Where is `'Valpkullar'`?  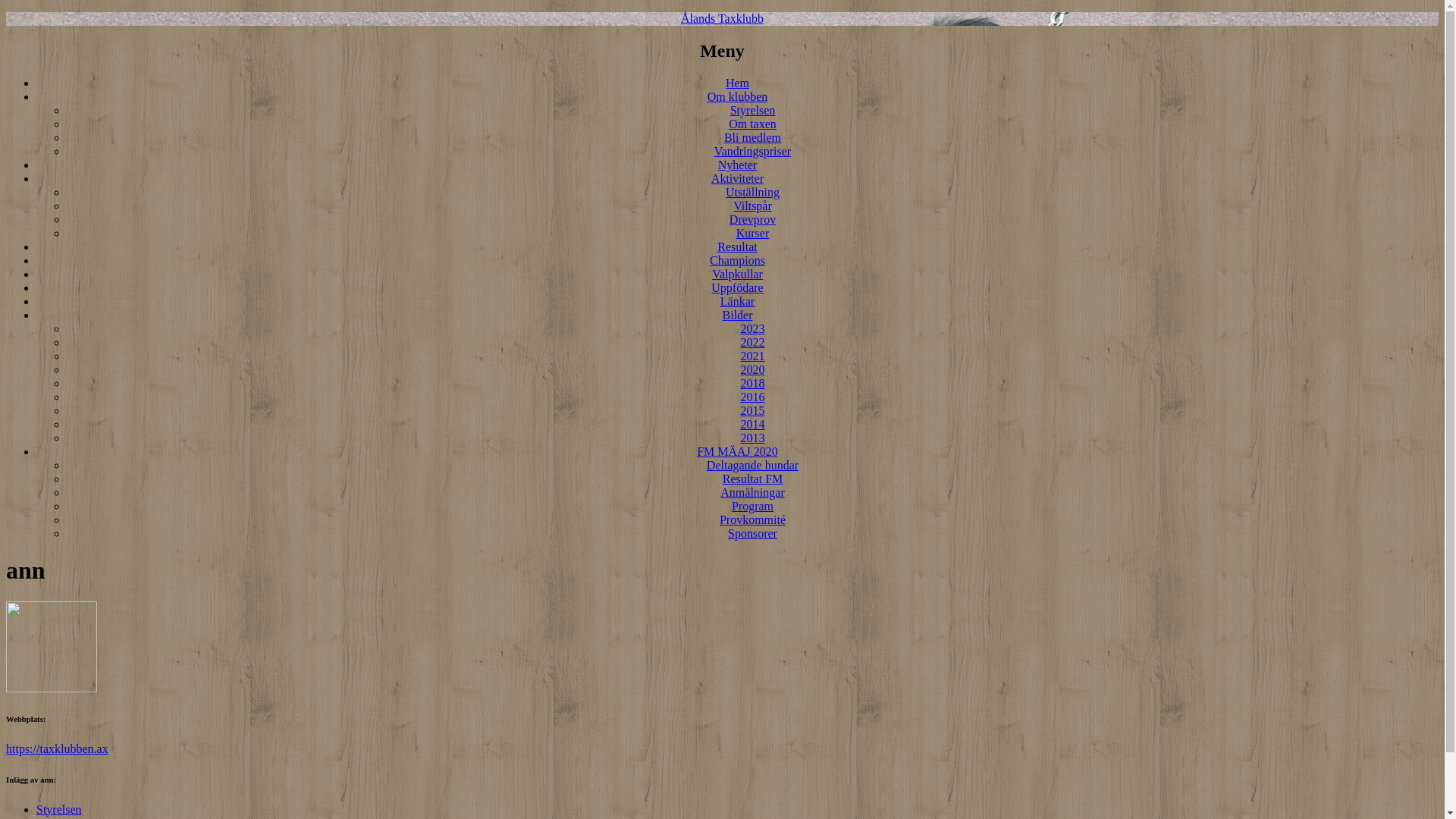 'Valpkullar' is located at coordinates (737, 274).